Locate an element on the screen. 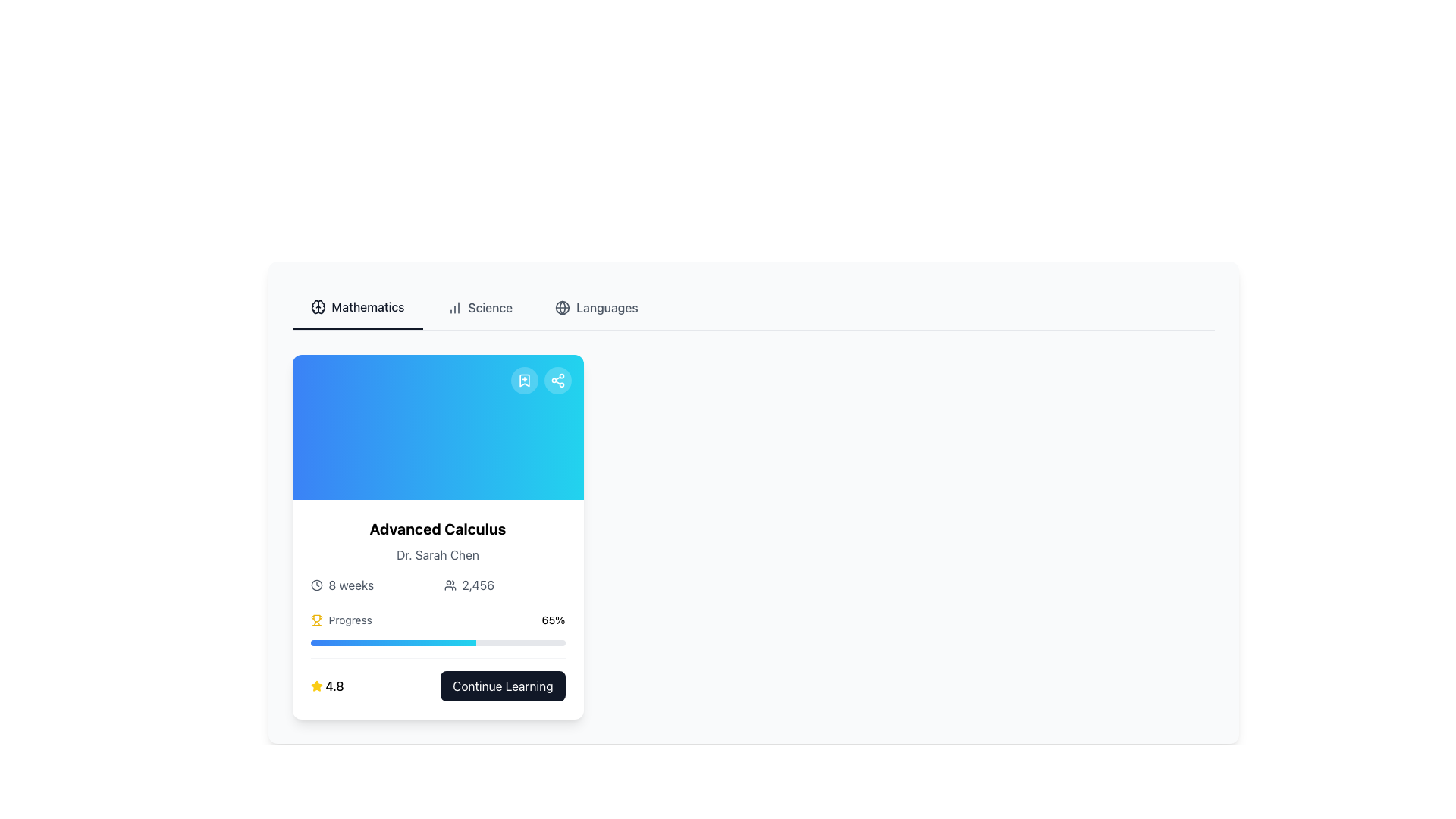  the button located at the bottom-right corner of the card layout, adjacent to the star rating value '4.8', to observe the hover effect is located at coordinates (503, 686).